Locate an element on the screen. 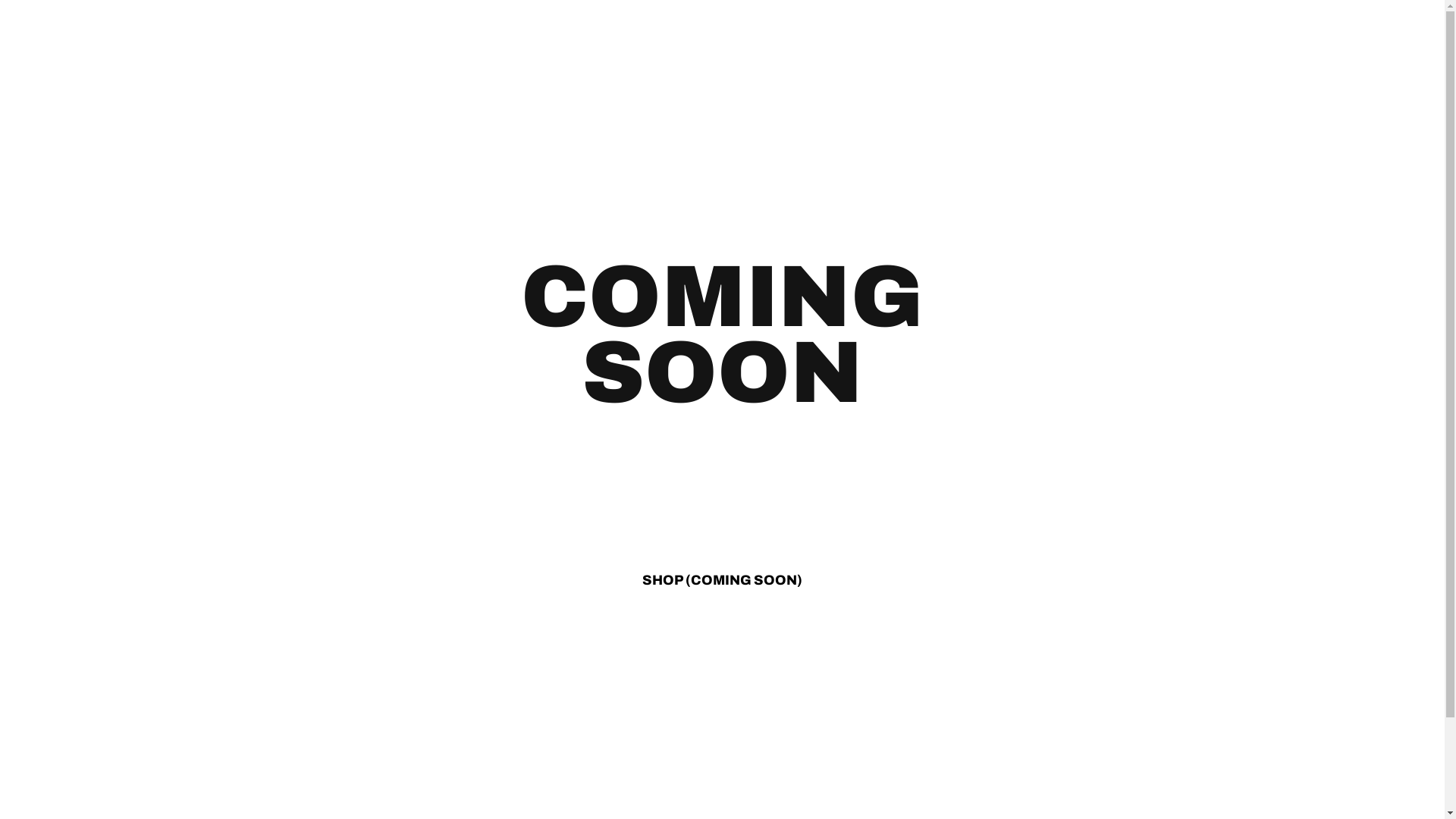  'SHOP (COMING SOON)' is located at coordinates (721, 579).